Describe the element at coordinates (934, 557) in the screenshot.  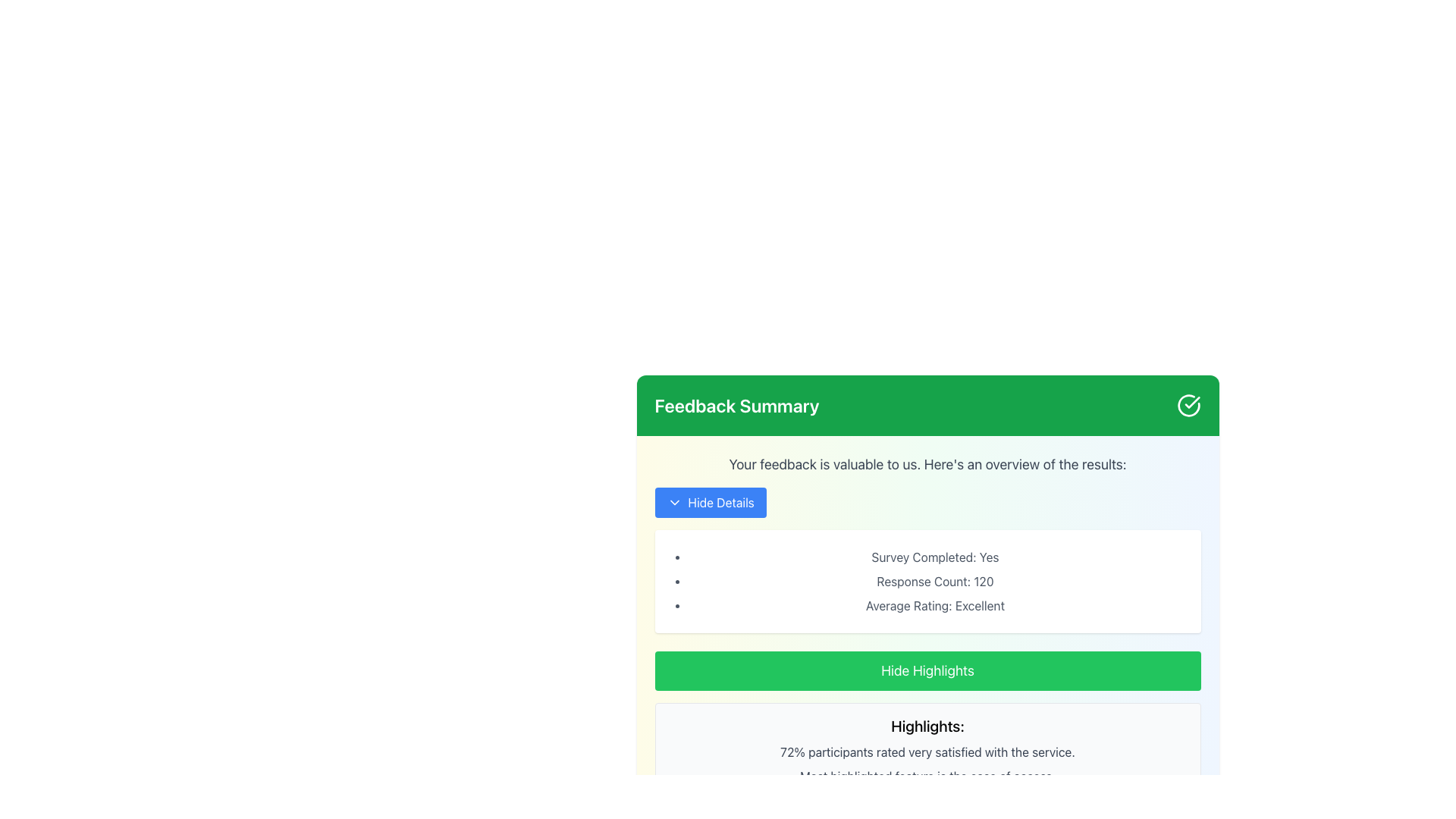
I see `the static text label that displays summary information about the survey completion status, located directly below the 'Hide Details' button` at that location.